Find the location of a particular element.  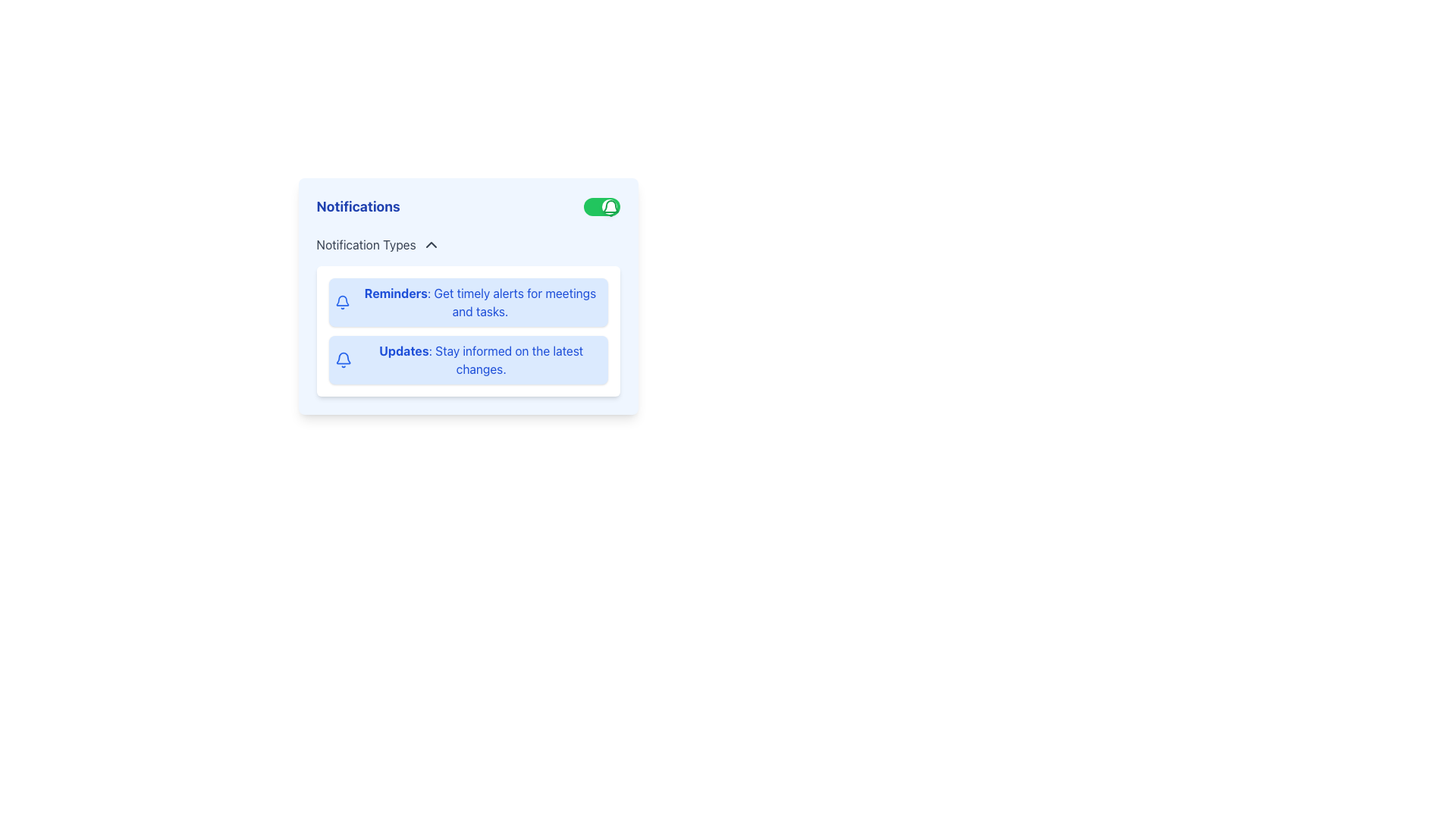

the notification icon located in the upper-right corner of the notification settings interface, which is part of a toggle switch indicating the active status of notification features is located at coordinates (610, 208).